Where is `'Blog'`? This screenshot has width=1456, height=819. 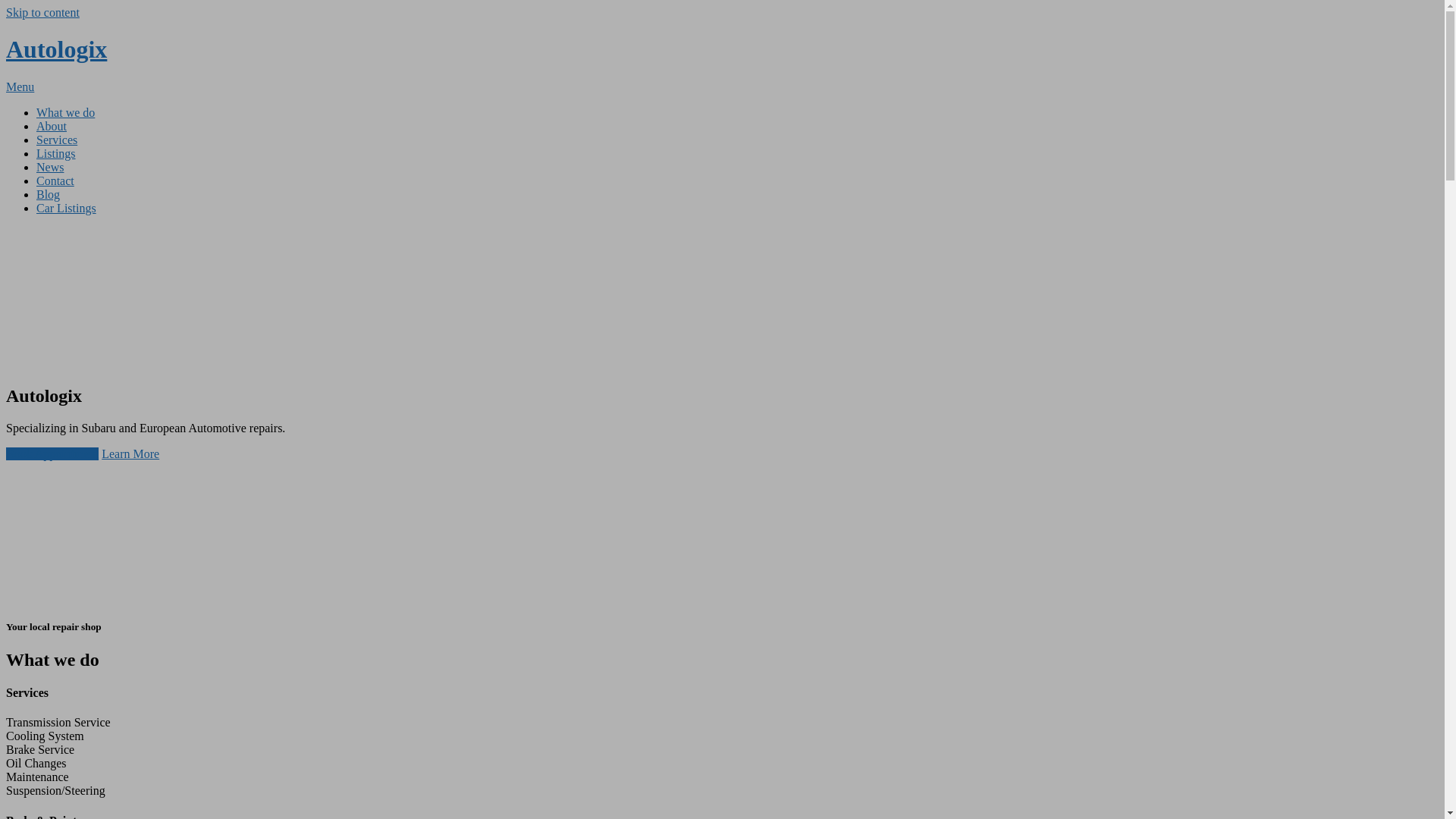 'Blog' is located at coordinates (48, 193).